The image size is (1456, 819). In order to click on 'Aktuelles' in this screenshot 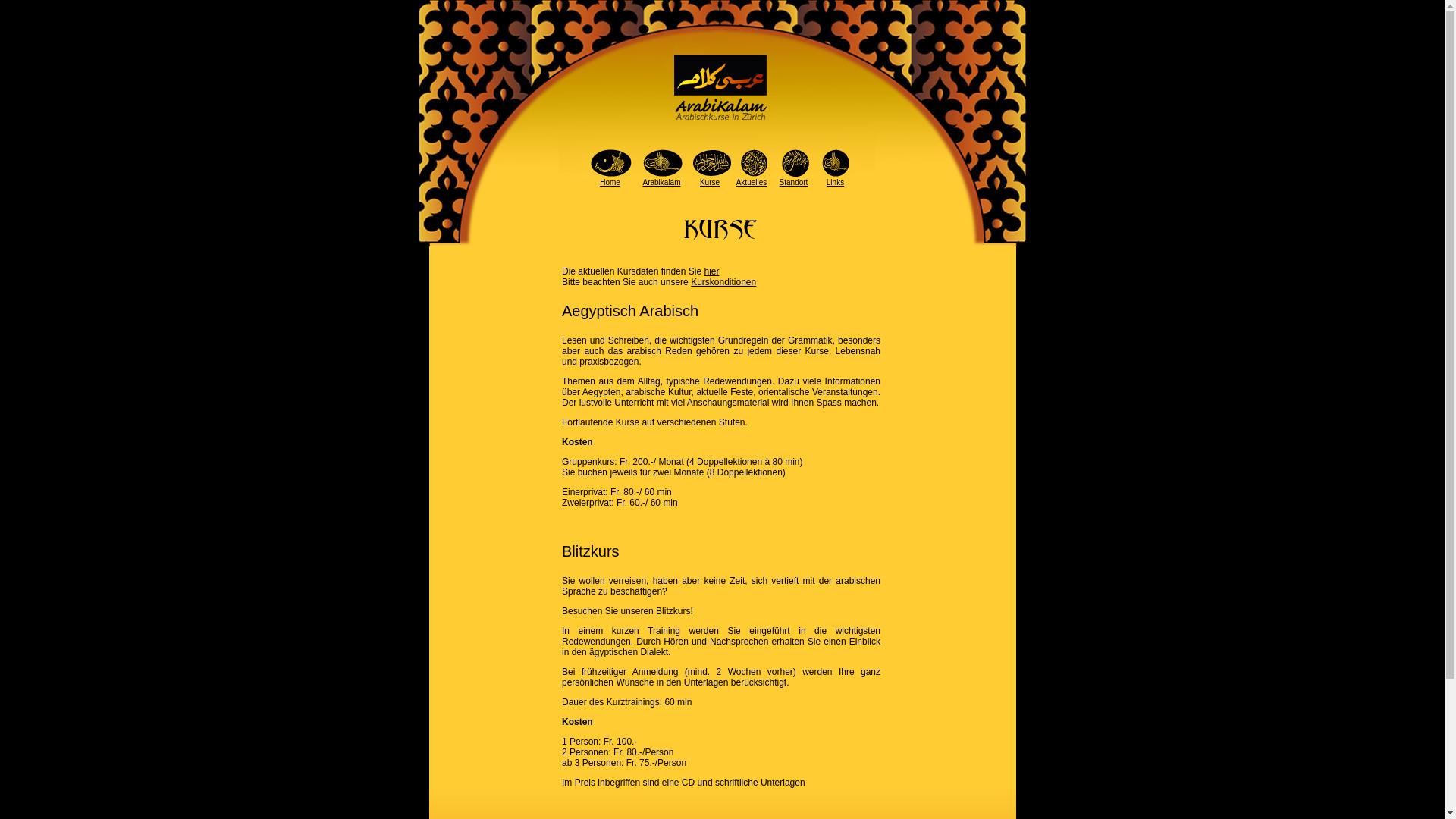, I will do `click(752, 181)`.